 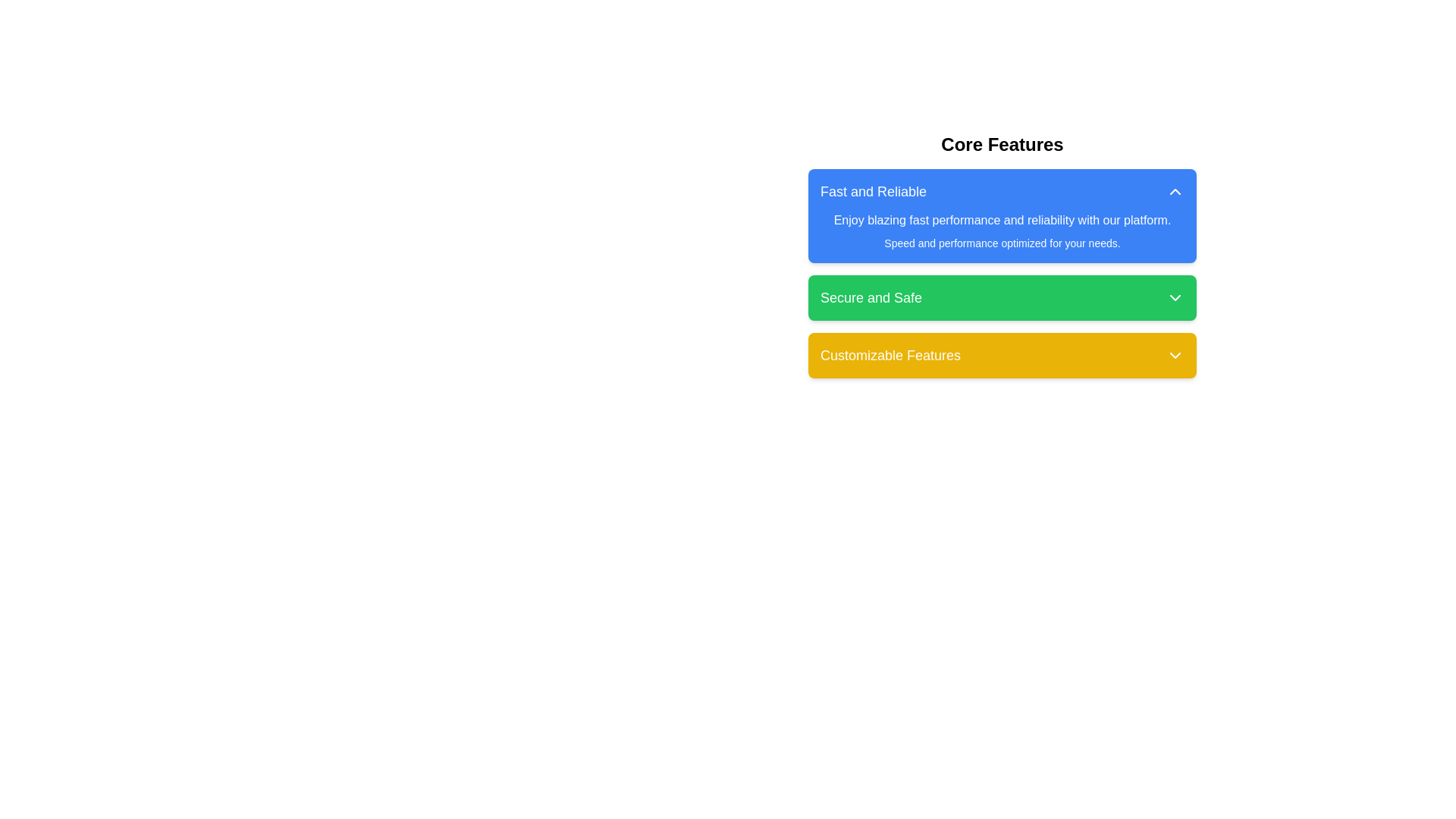 I want to click on the second expandable panel under the 'Core Features' header, which is a green rectangular section with rounded edges and white text reading 'Secure and Safe', so click(x=1002, y=274).